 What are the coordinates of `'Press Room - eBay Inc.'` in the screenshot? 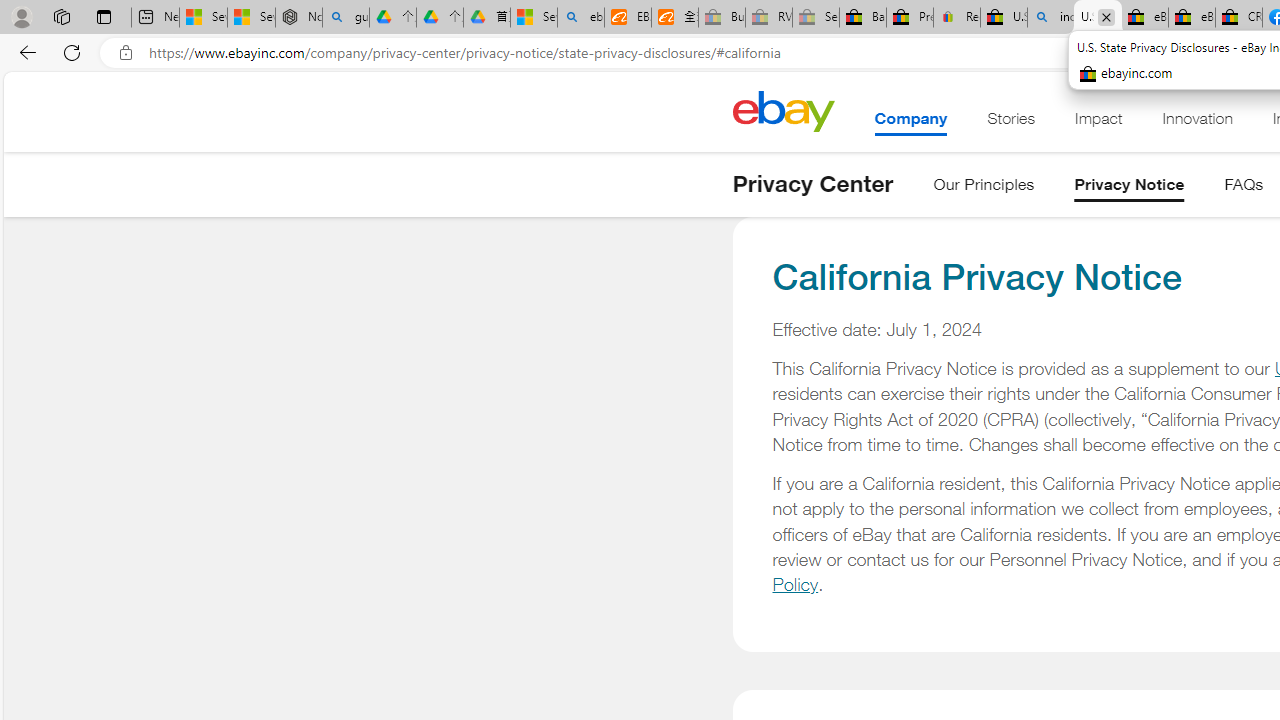 It's located at (909, 17).